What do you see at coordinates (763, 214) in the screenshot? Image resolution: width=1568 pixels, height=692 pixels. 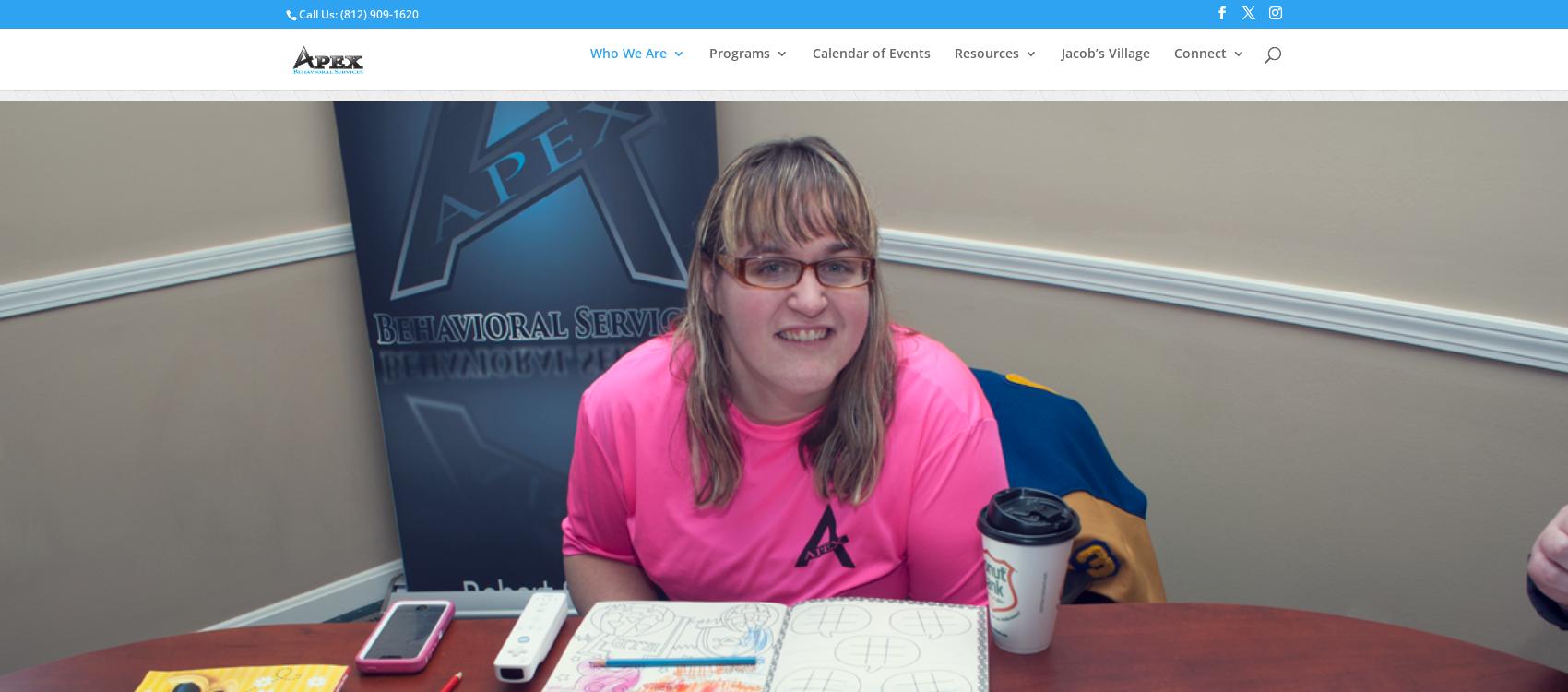 I see `'Music Therapy'` at bounding box center [763, 214].